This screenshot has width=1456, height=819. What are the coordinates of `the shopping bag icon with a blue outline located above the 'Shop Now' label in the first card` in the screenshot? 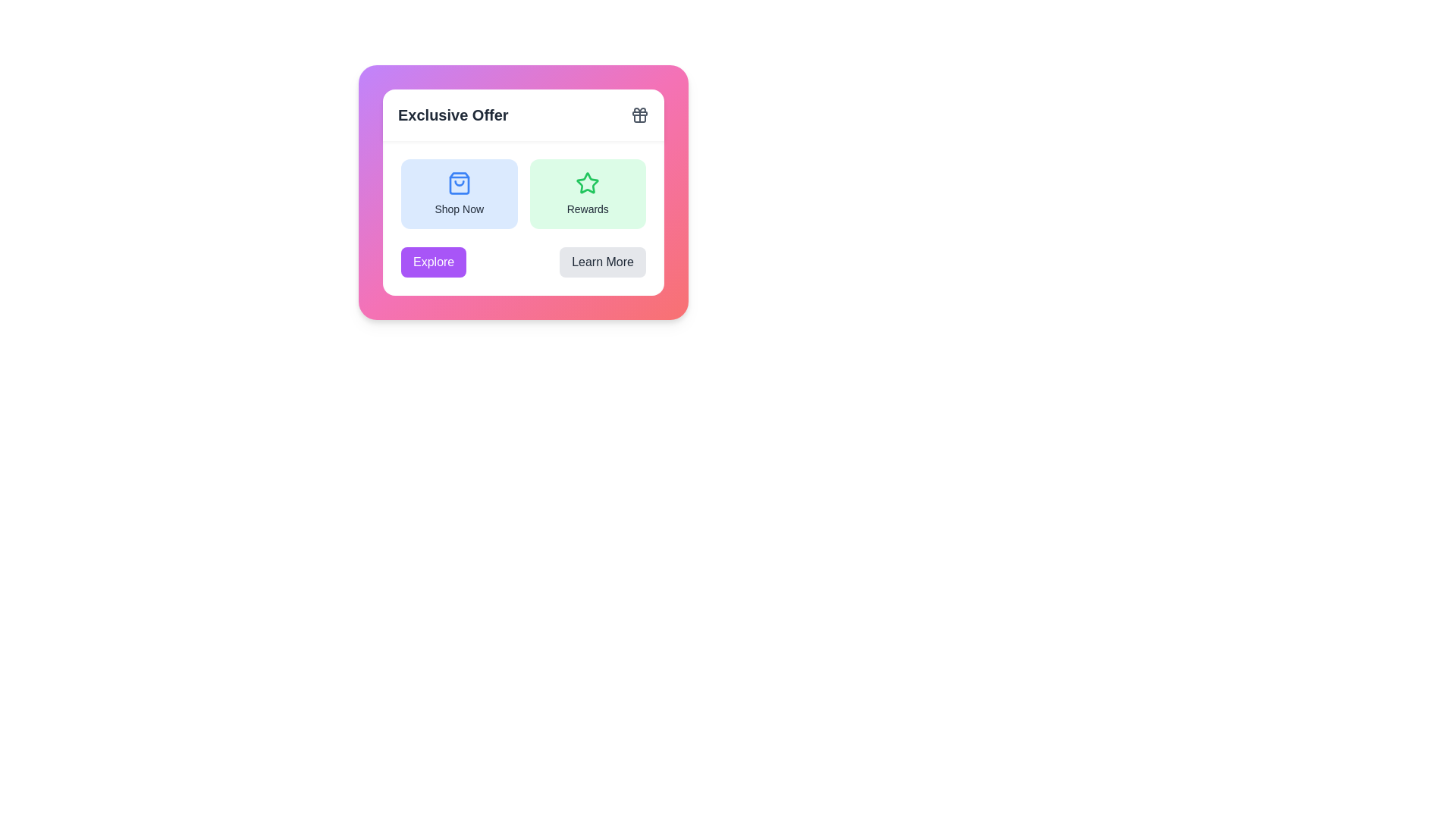 It's located at (458, 183).